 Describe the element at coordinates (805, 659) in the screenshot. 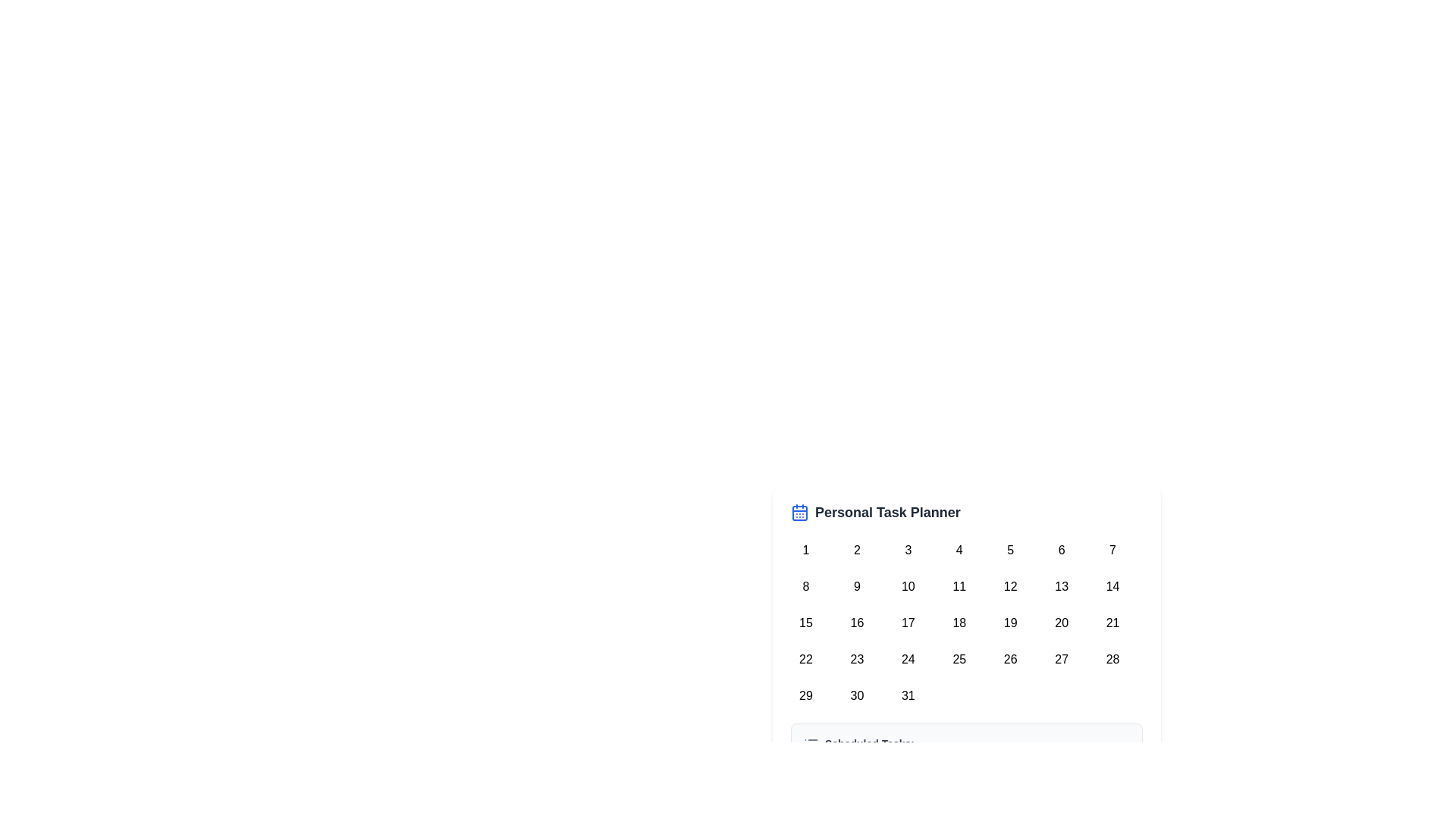

I see `the circular button containing the number '22'` at that location.